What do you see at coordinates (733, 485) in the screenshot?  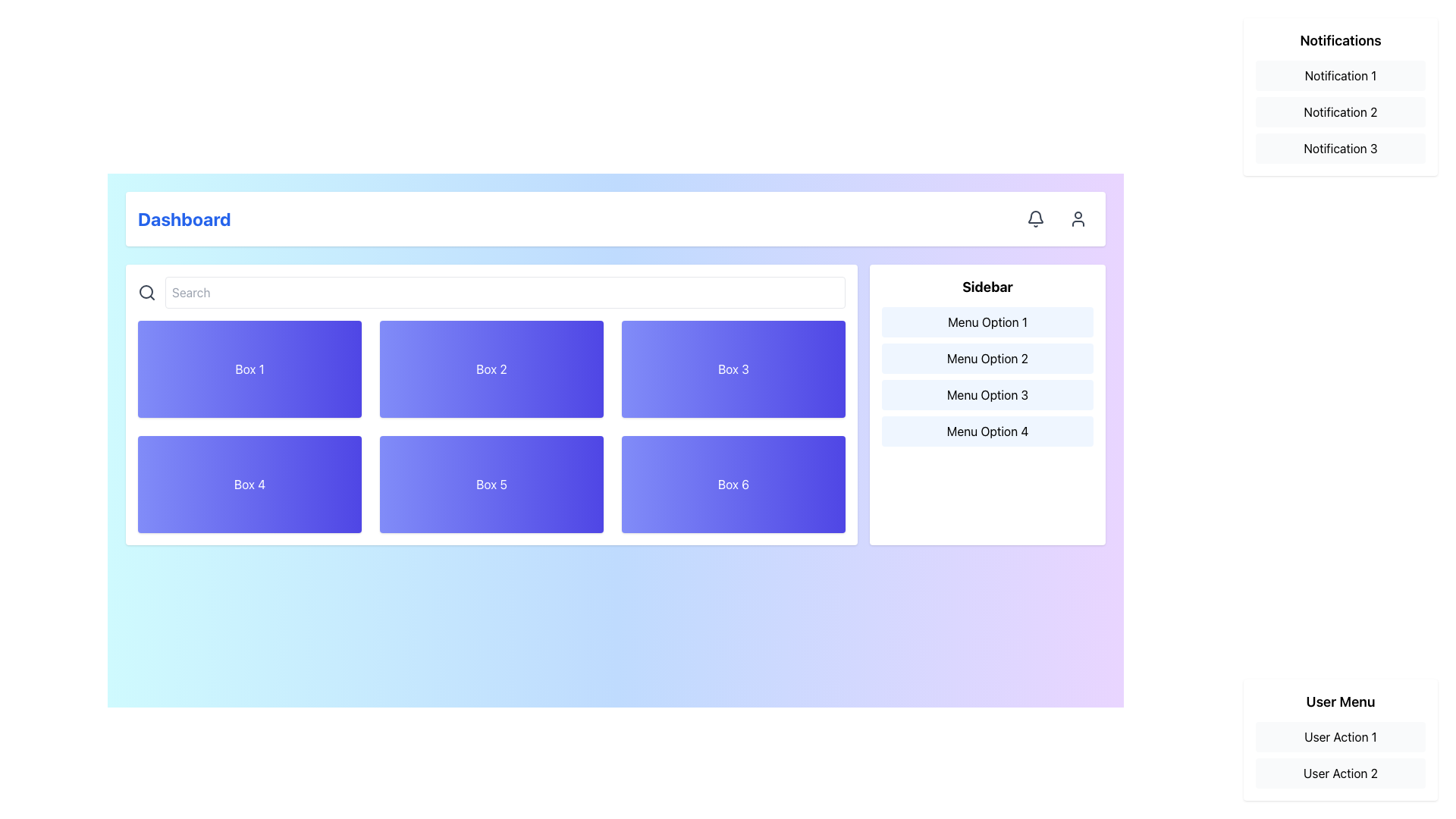 I see `the sixth card in the bottom-right corner of the grid layout to interact with it` at bounding box center [733, 485].